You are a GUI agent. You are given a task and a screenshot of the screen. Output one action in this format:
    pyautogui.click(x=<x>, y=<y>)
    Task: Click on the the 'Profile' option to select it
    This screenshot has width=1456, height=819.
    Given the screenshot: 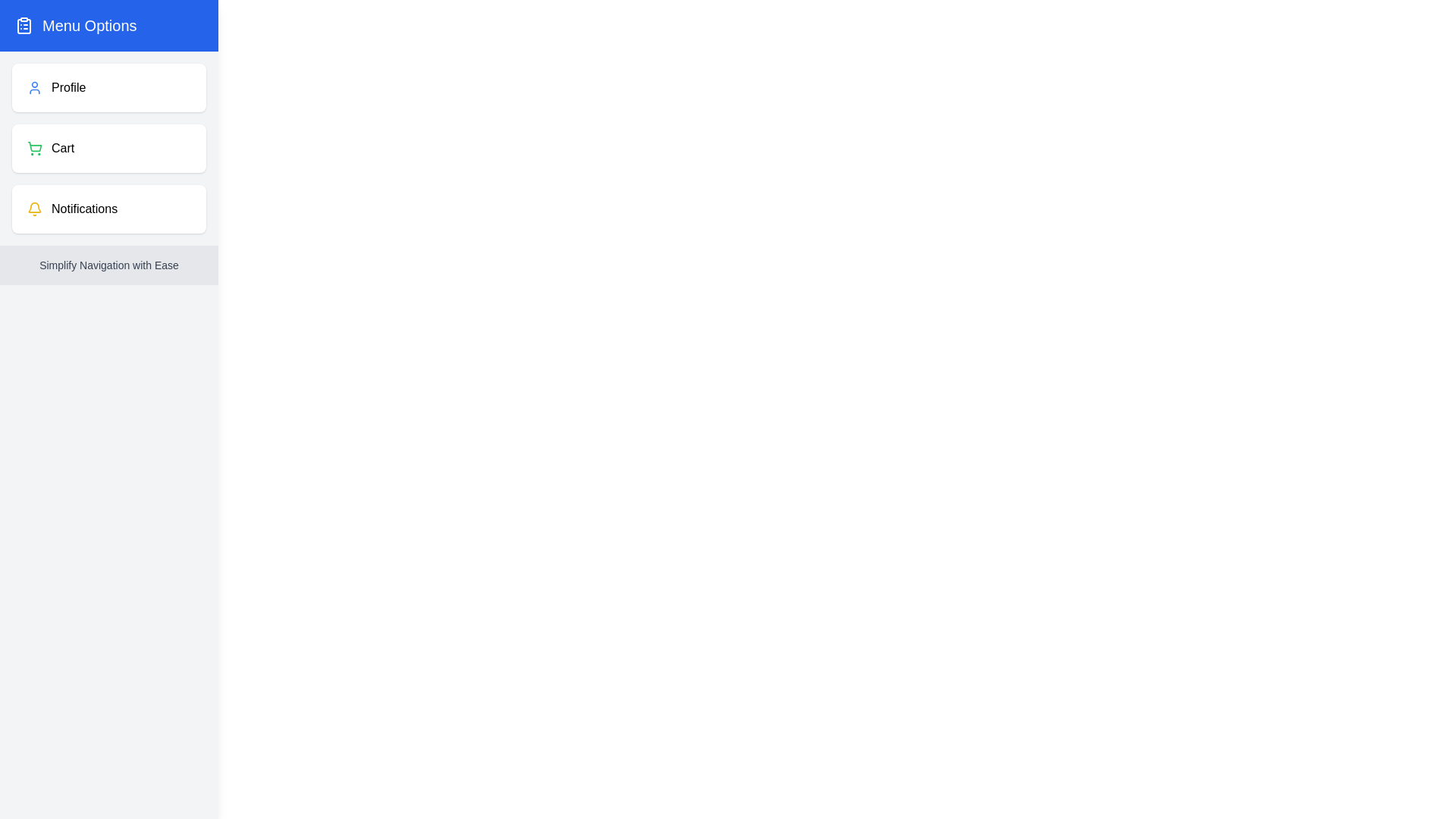 What is the action you would take?
    pyautogui.click(x=108, y=87)
    